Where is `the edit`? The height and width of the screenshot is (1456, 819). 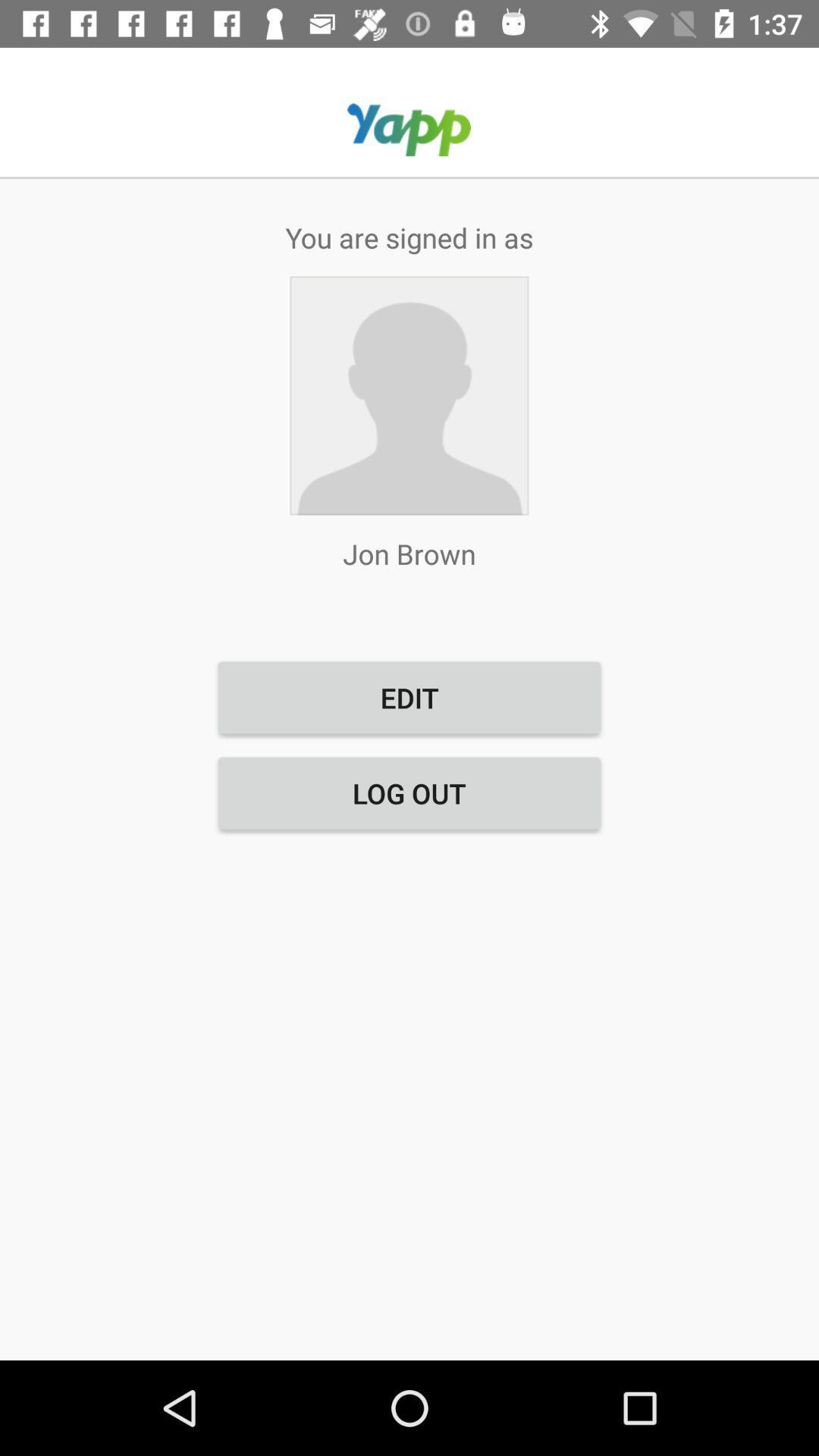 the edit is located at coordinates (409, 697).